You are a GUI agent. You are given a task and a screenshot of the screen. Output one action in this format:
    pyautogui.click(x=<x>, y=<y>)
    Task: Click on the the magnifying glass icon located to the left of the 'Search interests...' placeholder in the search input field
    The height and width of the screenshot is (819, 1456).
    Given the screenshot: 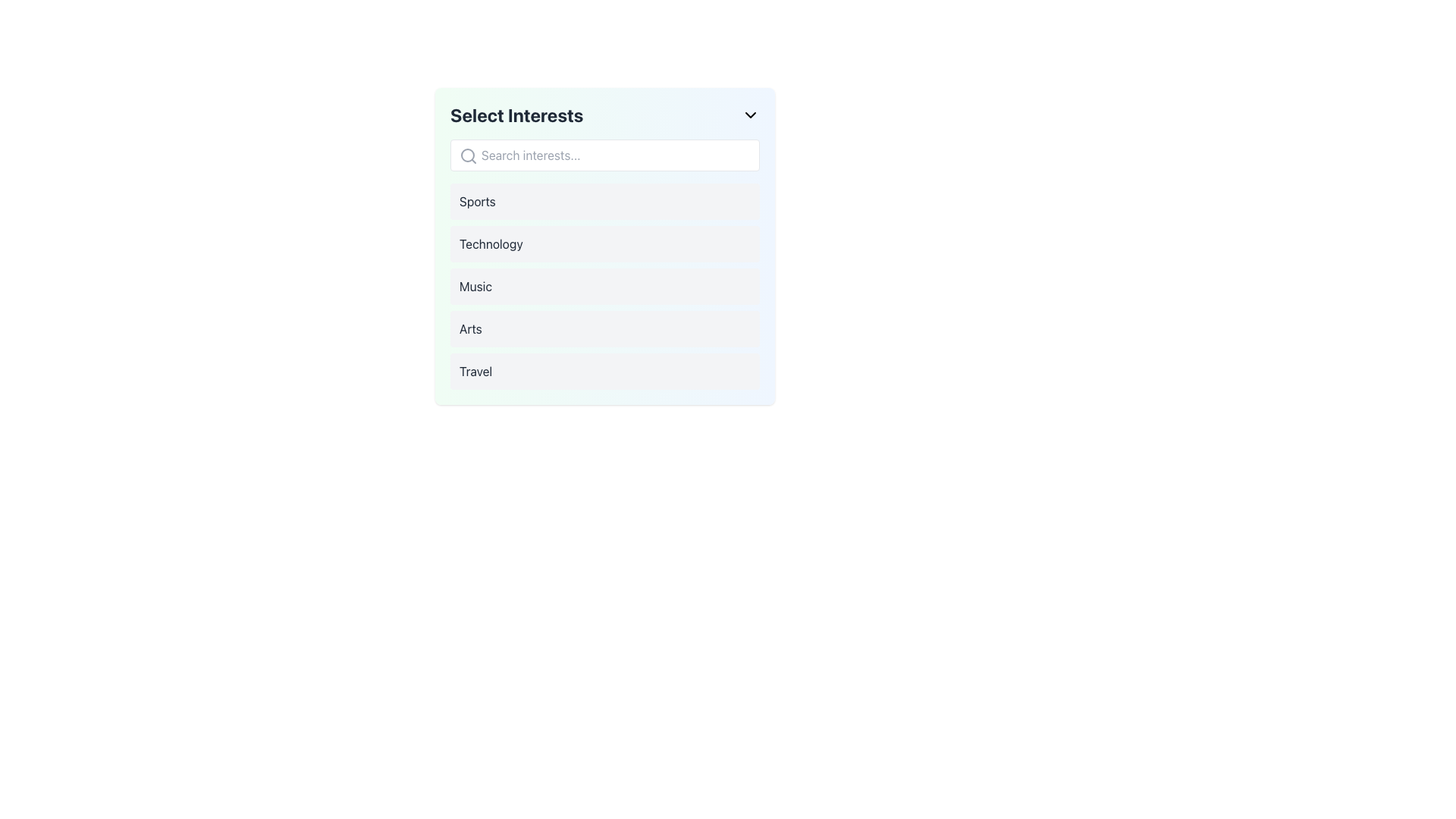 What is the action you would take?
    pyautogui.click(x=468, y=155)
    